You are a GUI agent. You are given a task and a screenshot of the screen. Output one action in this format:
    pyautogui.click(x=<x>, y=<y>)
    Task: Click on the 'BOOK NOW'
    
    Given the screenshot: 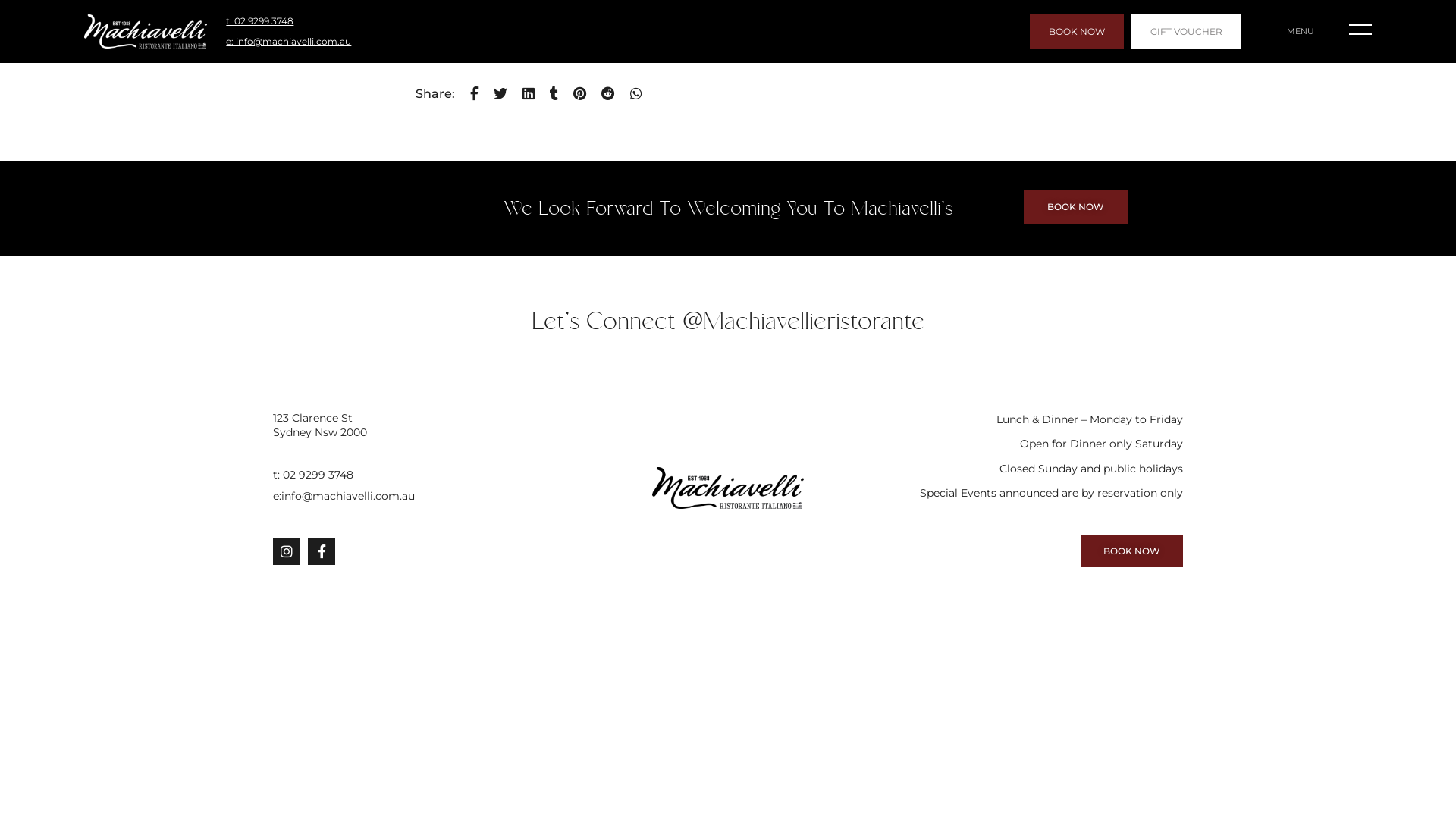 What is the action you would take?
    pyautogui.click(x=1076, y=31)
    